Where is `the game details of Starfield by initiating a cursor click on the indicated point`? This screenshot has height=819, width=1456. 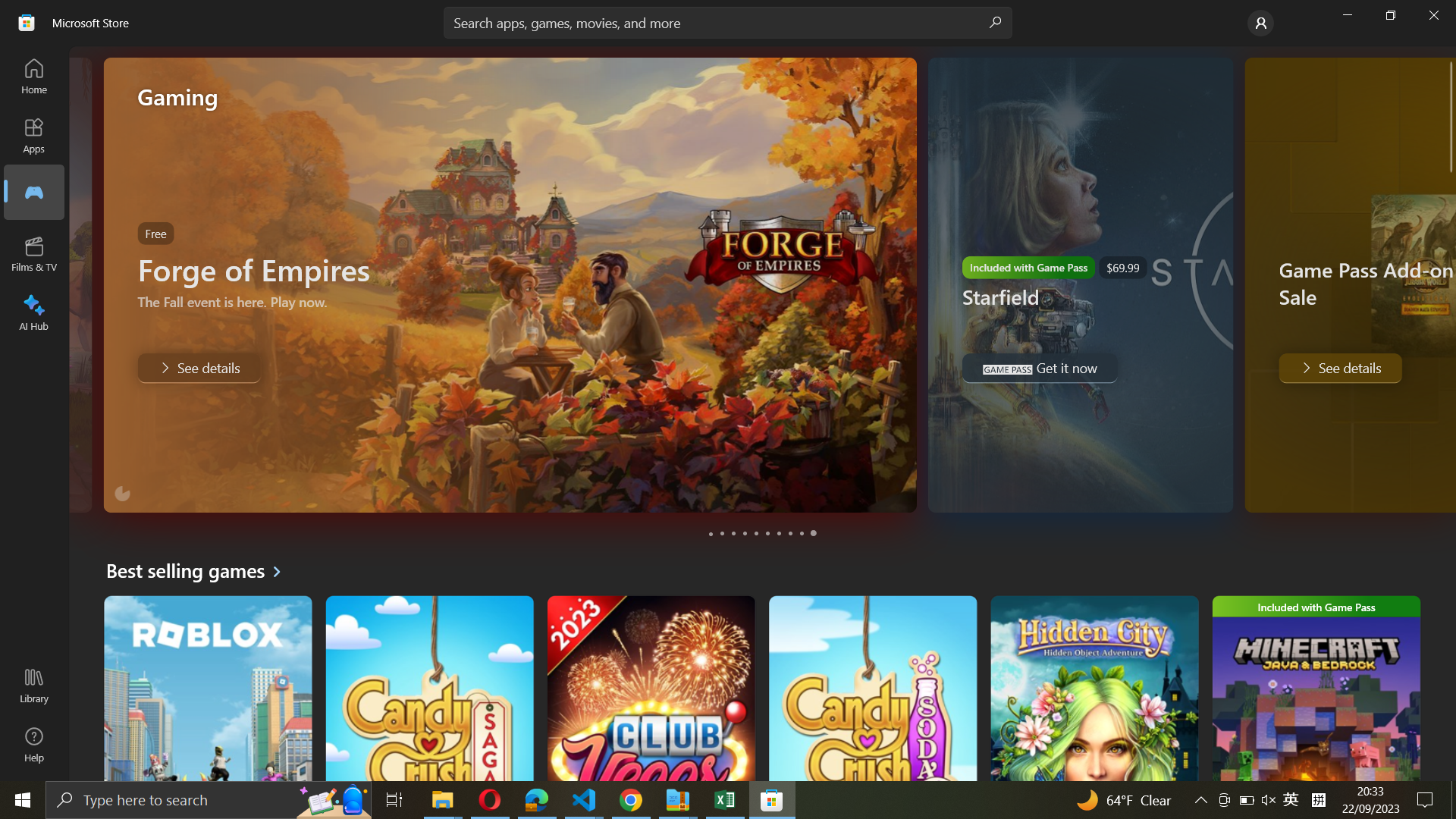
the game details of Starfield by initiating a cursor click on the indicated point is located at coordinates (722, 533).